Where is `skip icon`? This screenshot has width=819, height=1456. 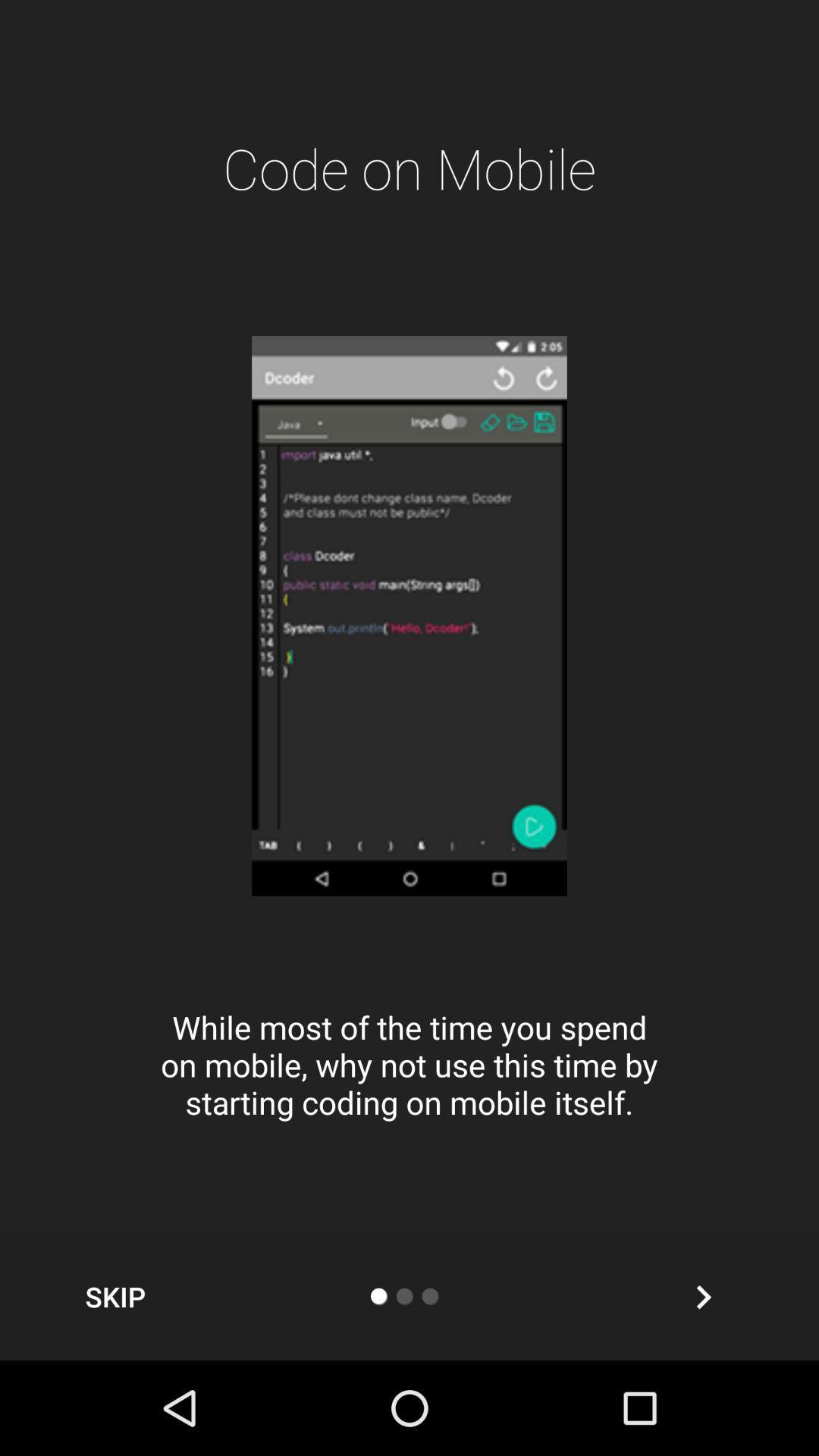
skip icon is located at coordinates (115, 1296).